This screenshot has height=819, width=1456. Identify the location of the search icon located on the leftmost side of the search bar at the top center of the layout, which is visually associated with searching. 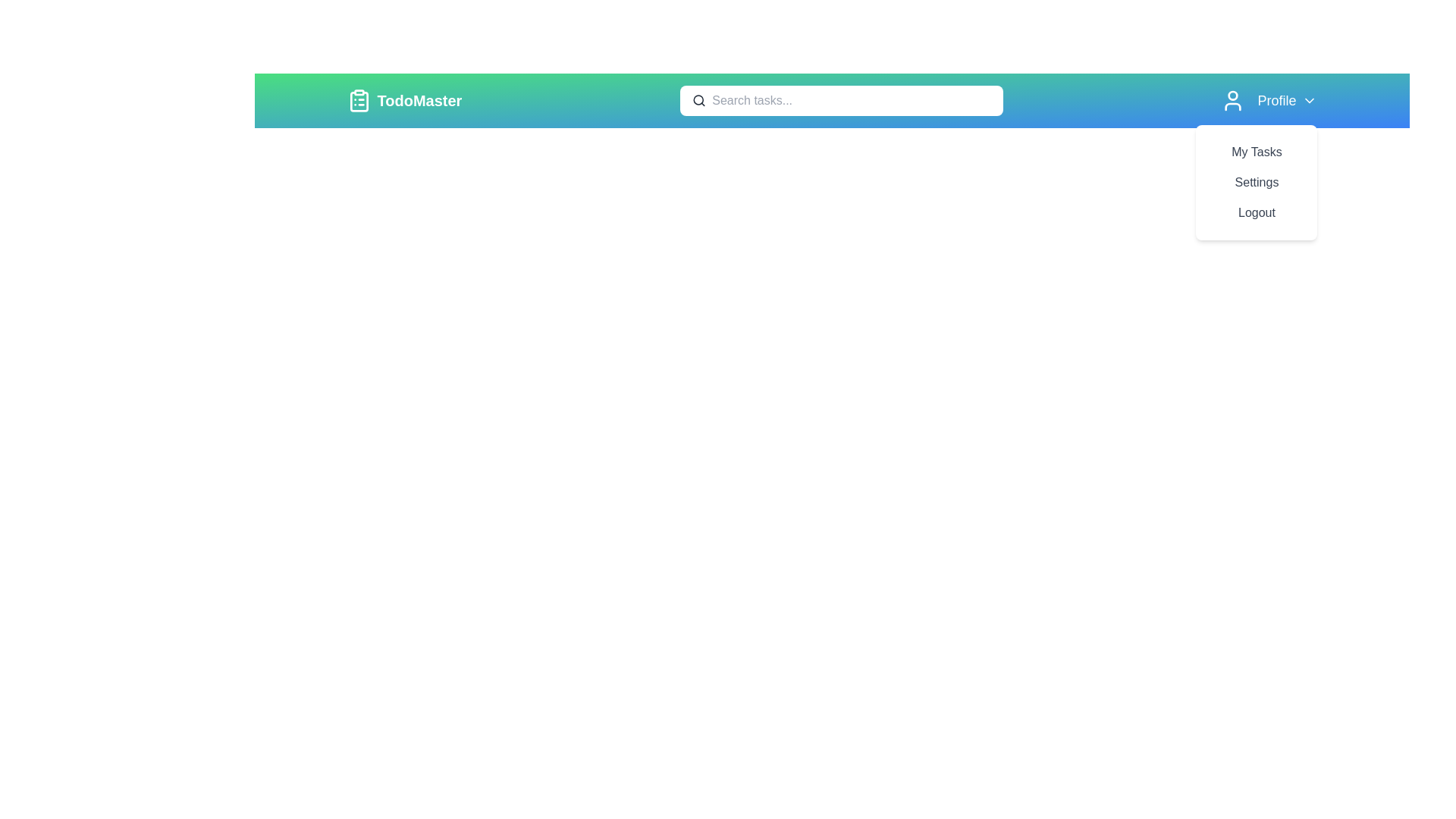
(698, 100).